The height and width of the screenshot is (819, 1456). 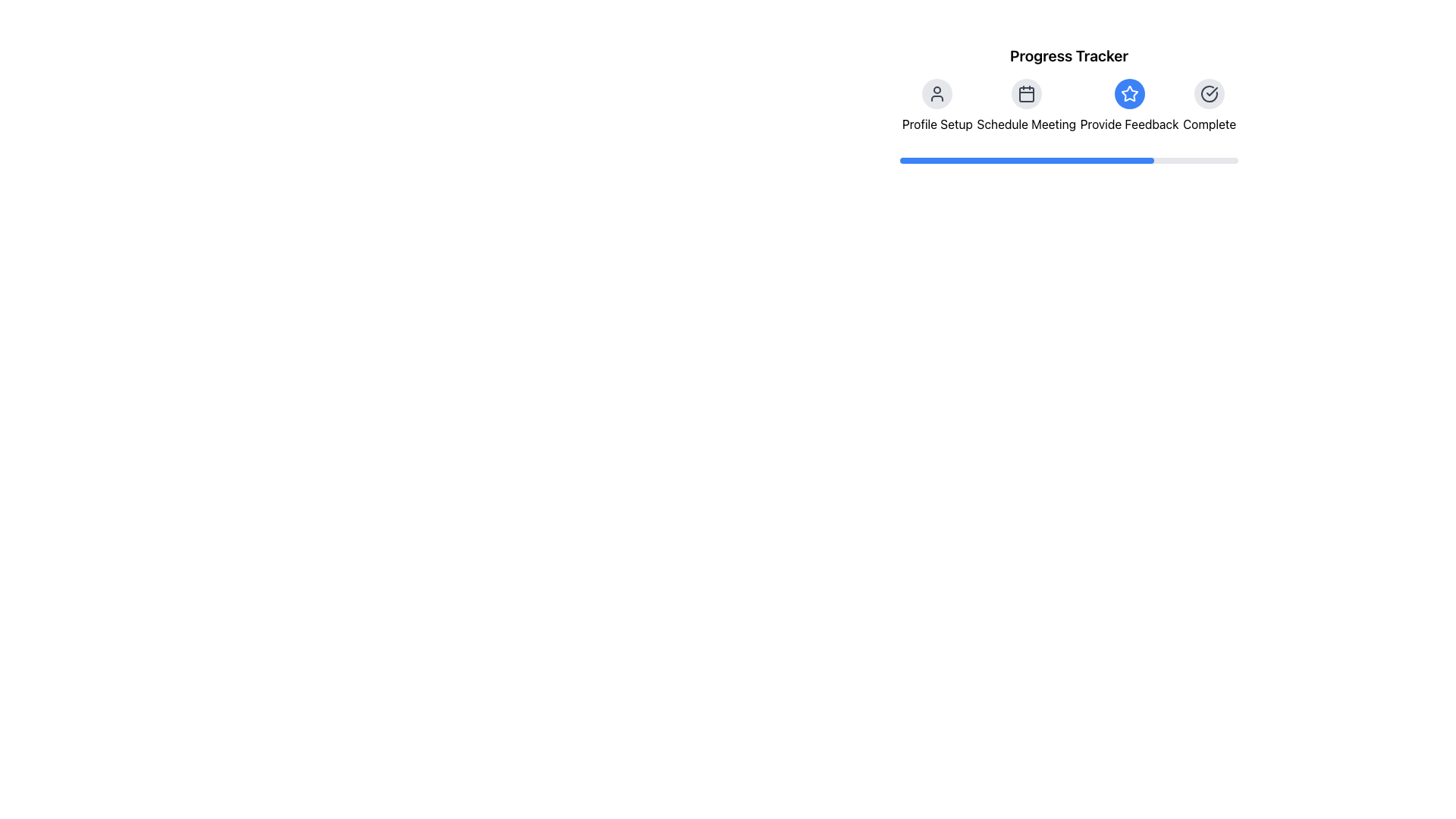 What do you see at coordinates (937, 124) in the screenshot?
I see `text label 'Profile Setup' which is displayed in a clean sans-serif font, located directly below the user profile icon in the navigation bar` at bounding box center [937, 124].